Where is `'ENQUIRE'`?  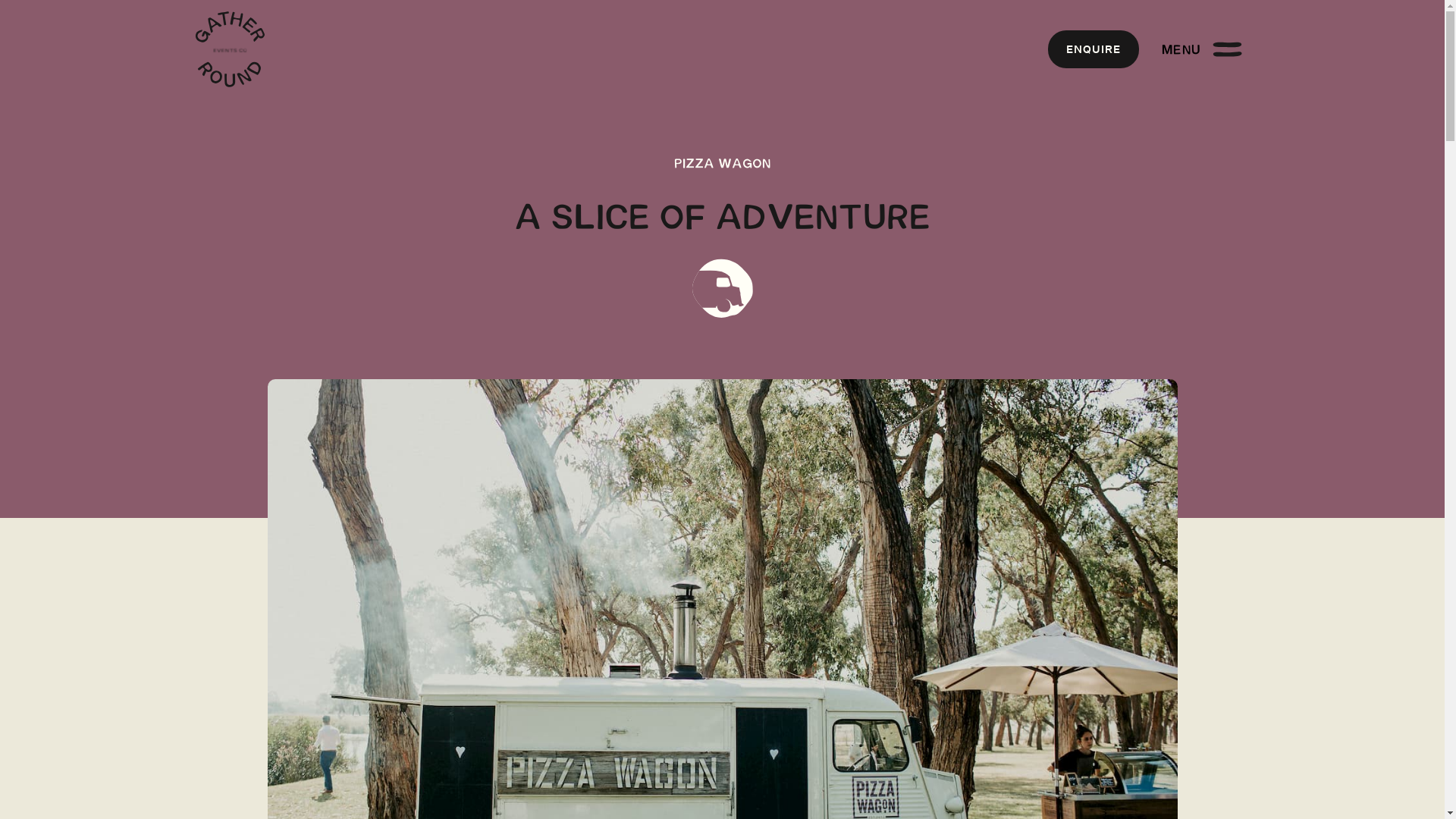 'ENQUIRE' is located at coordinates (1047, 49).